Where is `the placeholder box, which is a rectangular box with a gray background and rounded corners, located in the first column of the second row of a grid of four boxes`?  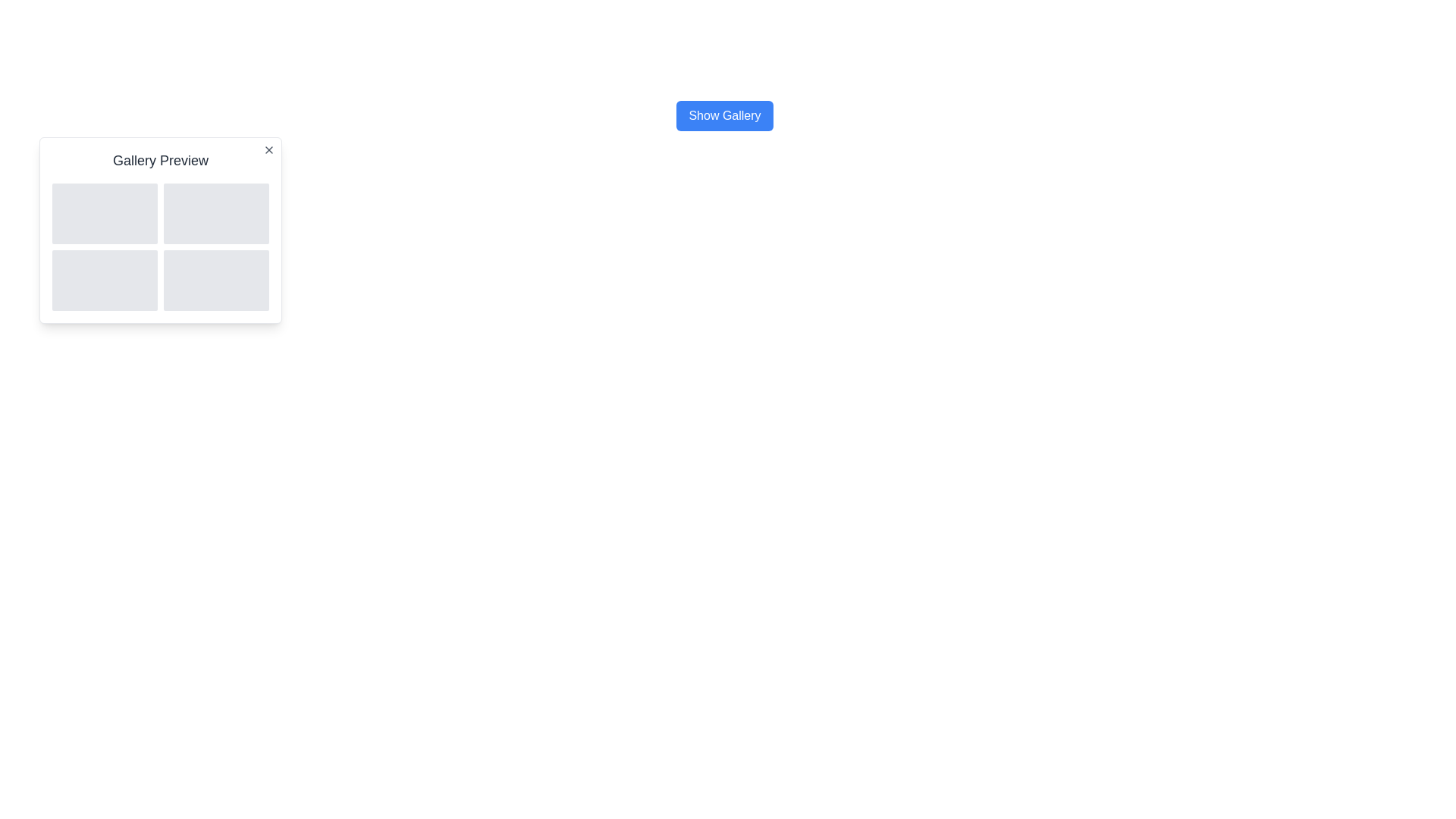
the placeholder box, which is a rectangular box with a gray background and rounded corners, located in the first column of the second row of a grid of four boxes is located at coordinates (104, 281).